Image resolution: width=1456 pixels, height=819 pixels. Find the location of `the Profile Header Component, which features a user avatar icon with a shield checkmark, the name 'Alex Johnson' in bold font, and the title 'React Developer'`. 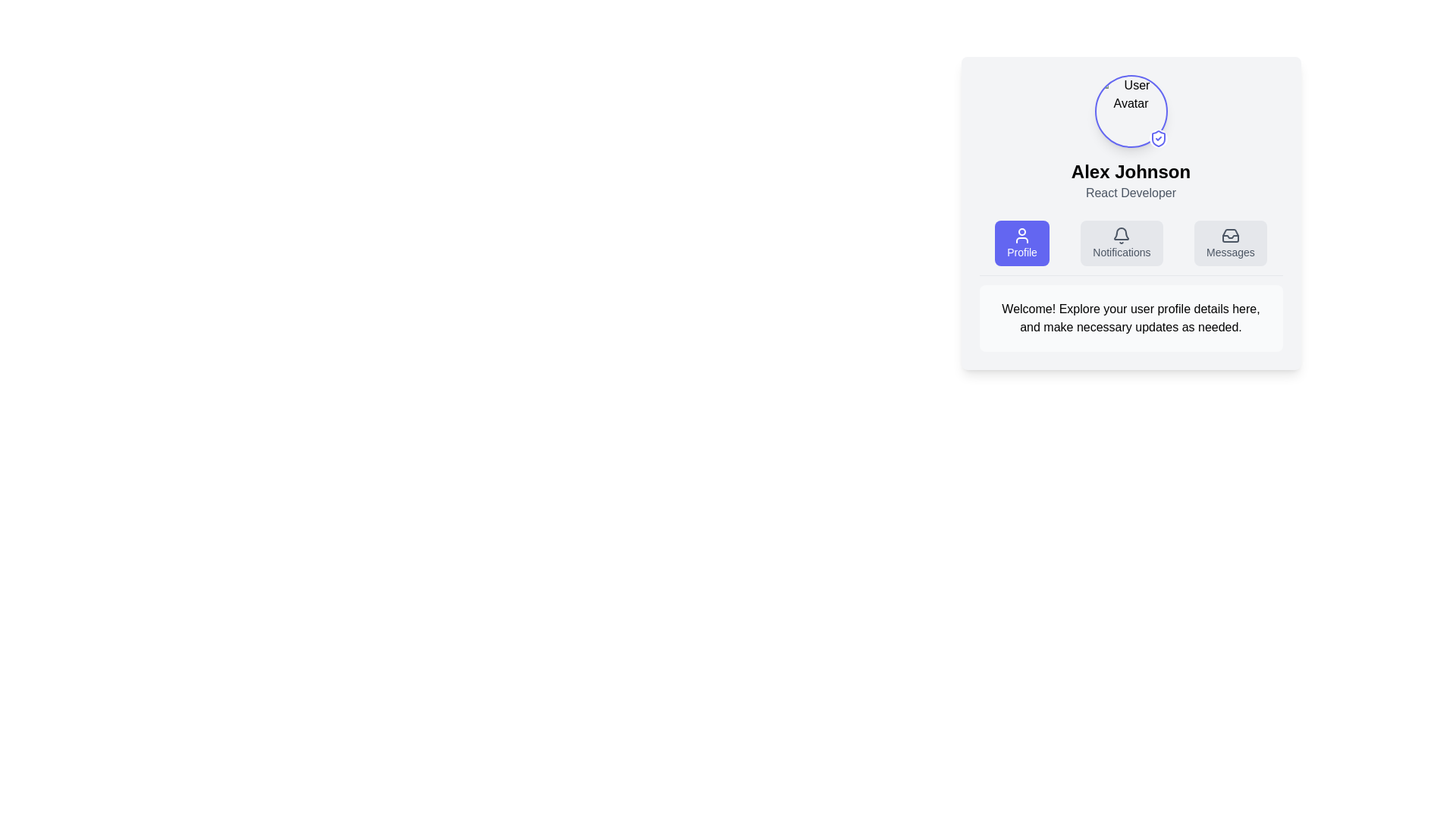

the Profile Header Component, which features a user avatar icon with a shield checkmark, the name 'Alex Johnson' in bold font, and the title 'React Developer' is located at coordinates (1131, 138).